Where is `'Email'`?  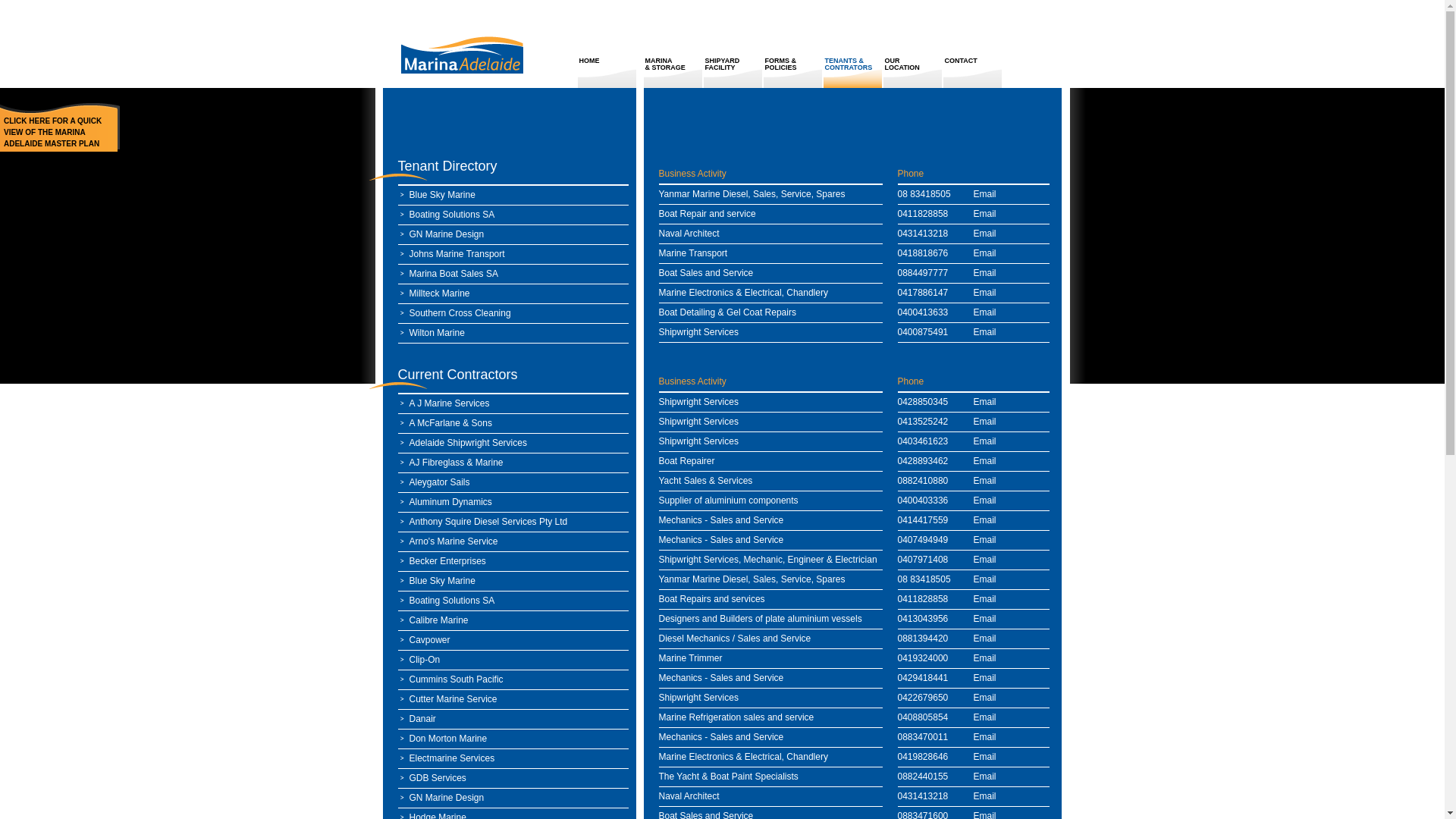 'Email' is located at coordinates (985, 677).